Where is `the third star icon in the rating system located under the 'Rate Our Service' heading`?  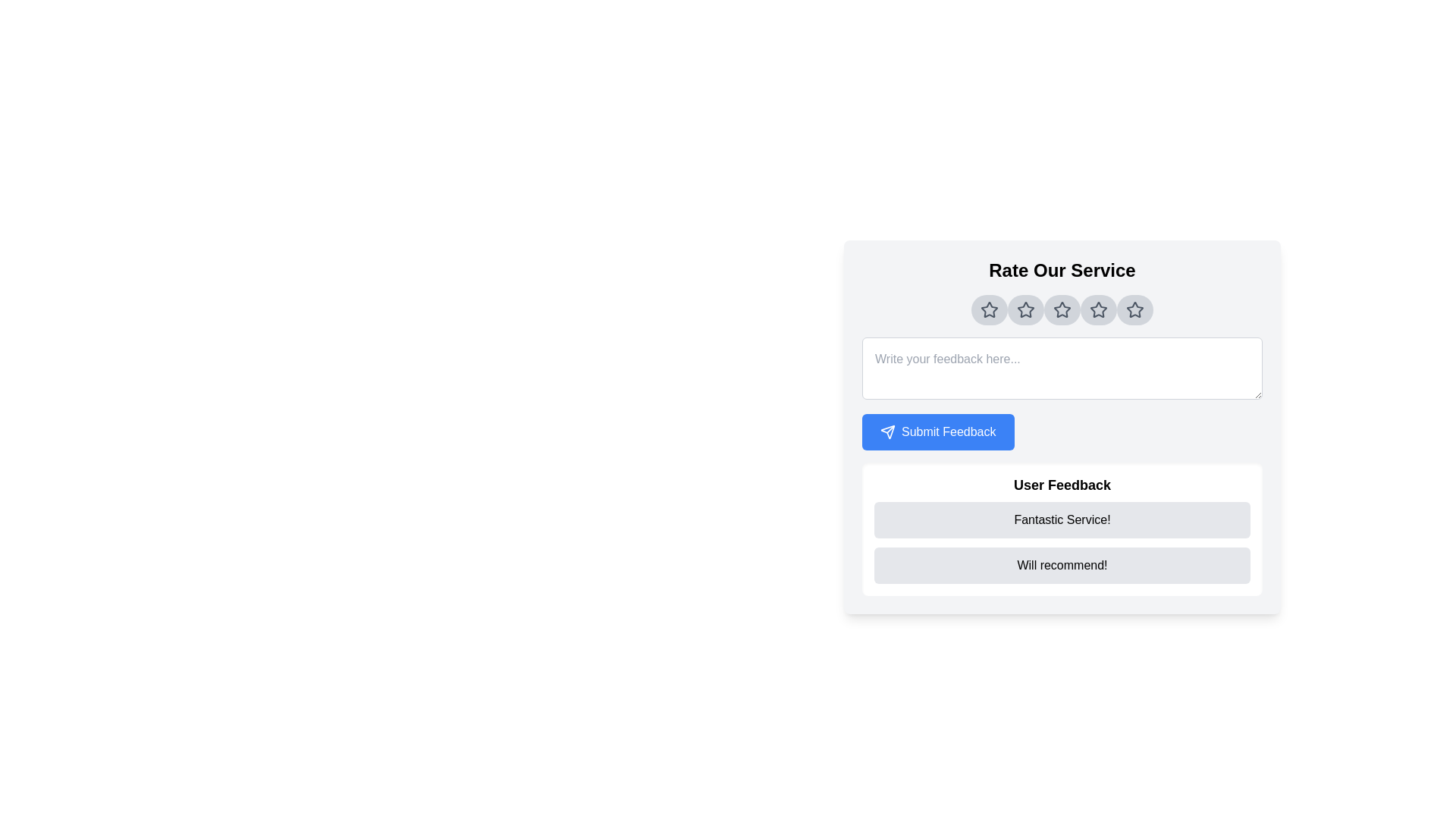 the third star icon in the rating system located under the 'Rate Our Service' heading is located at coordinates (1061, 309).